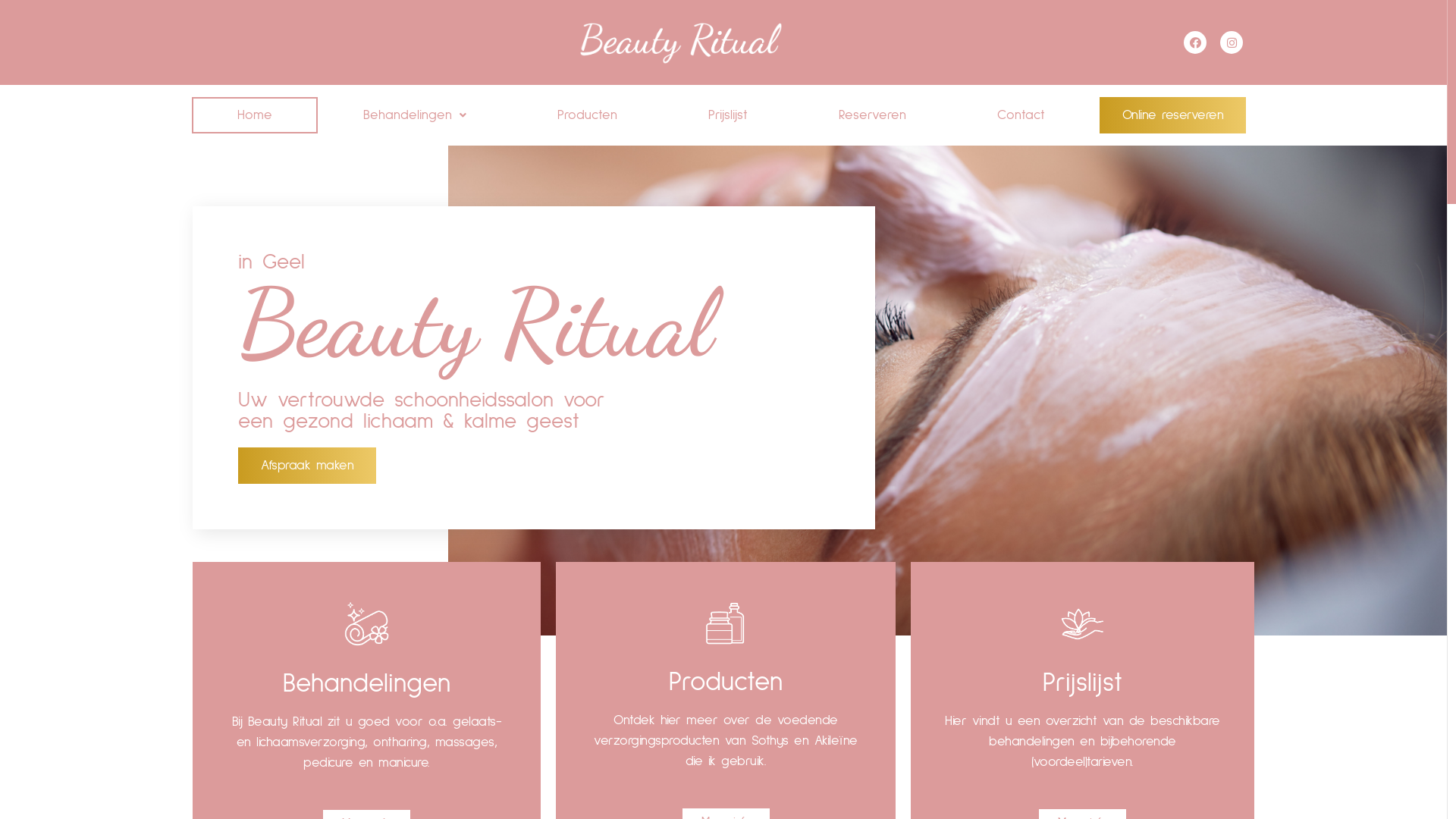 The width and height of the screenshot is (1456, 819). I want to click on 'Online reserveren', so click(1172, 114).